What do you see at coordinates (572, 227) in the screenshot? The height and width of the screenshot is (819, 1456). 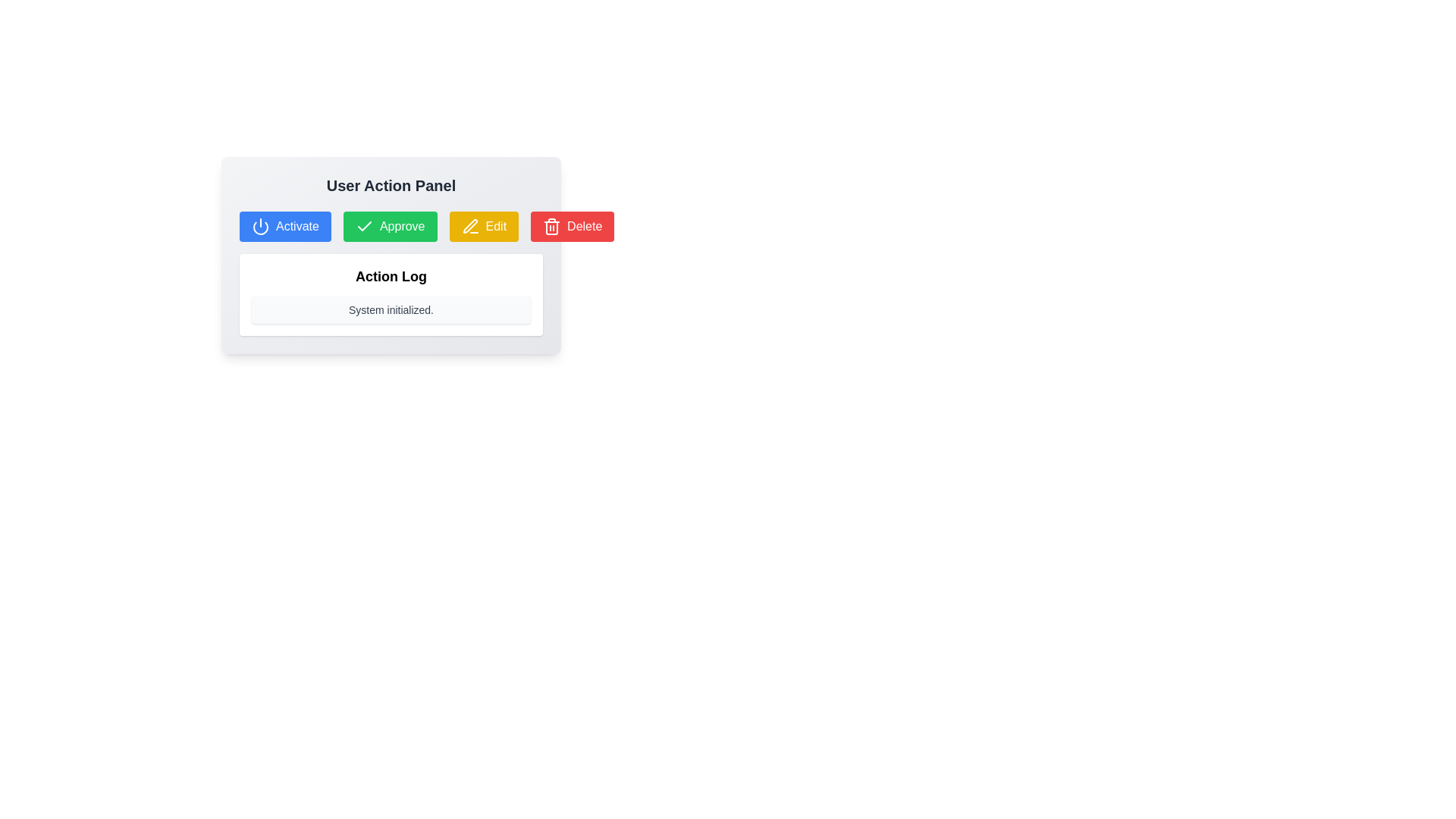 I see `the deletion button, the fourth button in a group of action buttons located at the top section of the interface, to trigger a hover effect` at bounding box center [572, 227].